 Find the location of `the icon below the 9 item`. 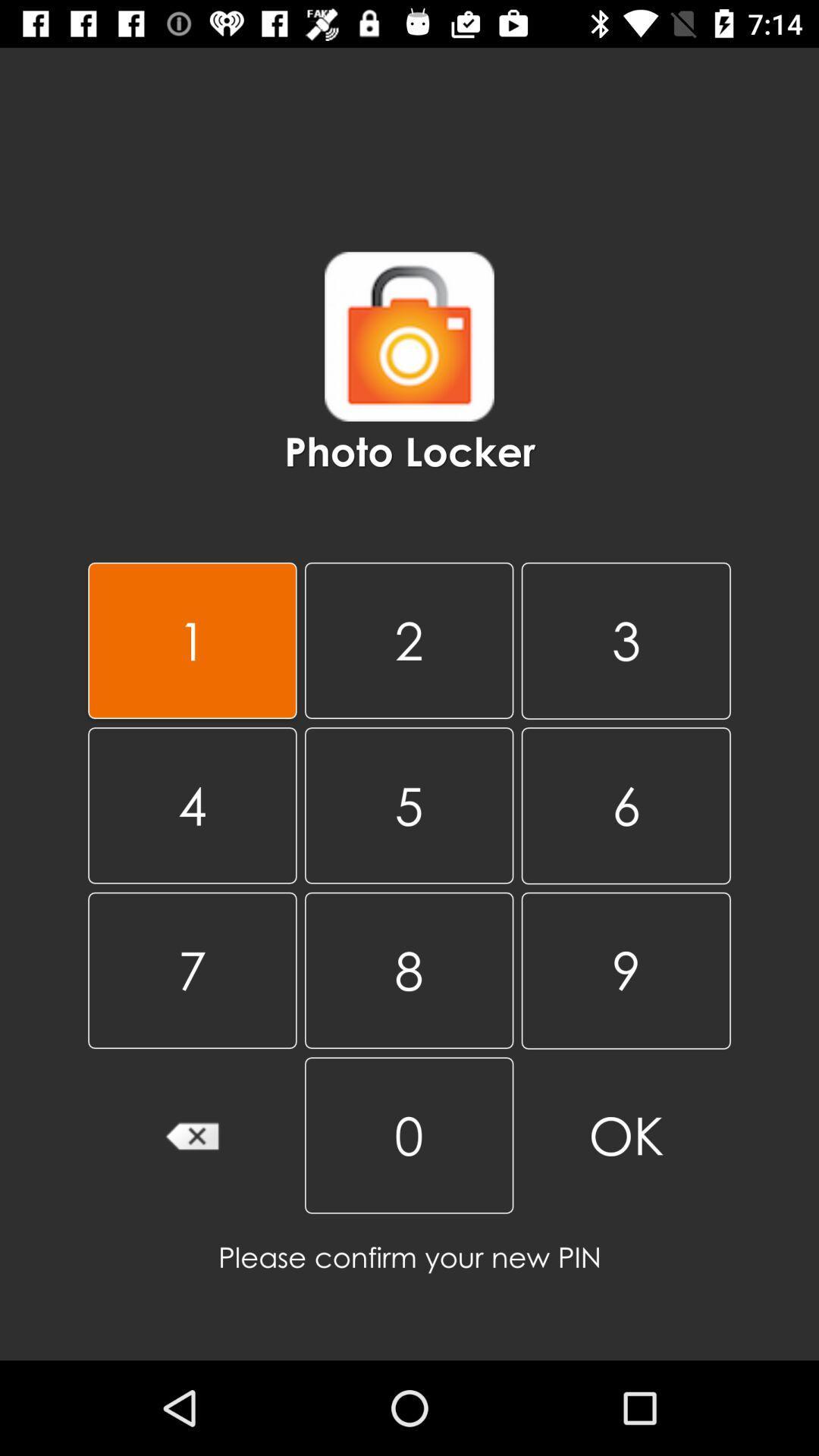

the icon below the 9 item is located at coordinates (626, 1135).